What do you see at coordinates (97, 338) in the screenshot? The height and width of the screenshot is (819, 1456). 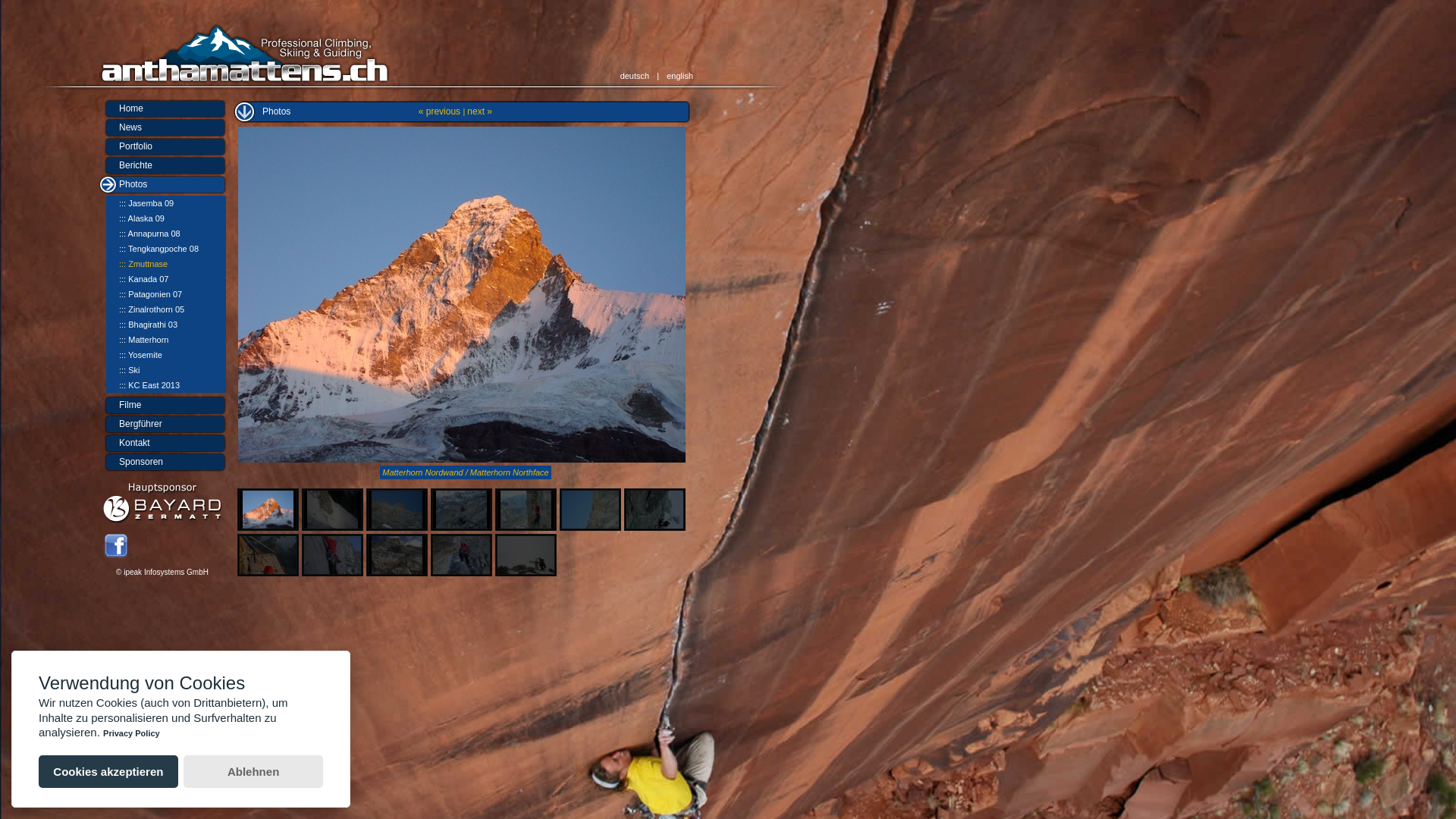 I see `'::: Matterhorn'` at bounding box center [97, 338].